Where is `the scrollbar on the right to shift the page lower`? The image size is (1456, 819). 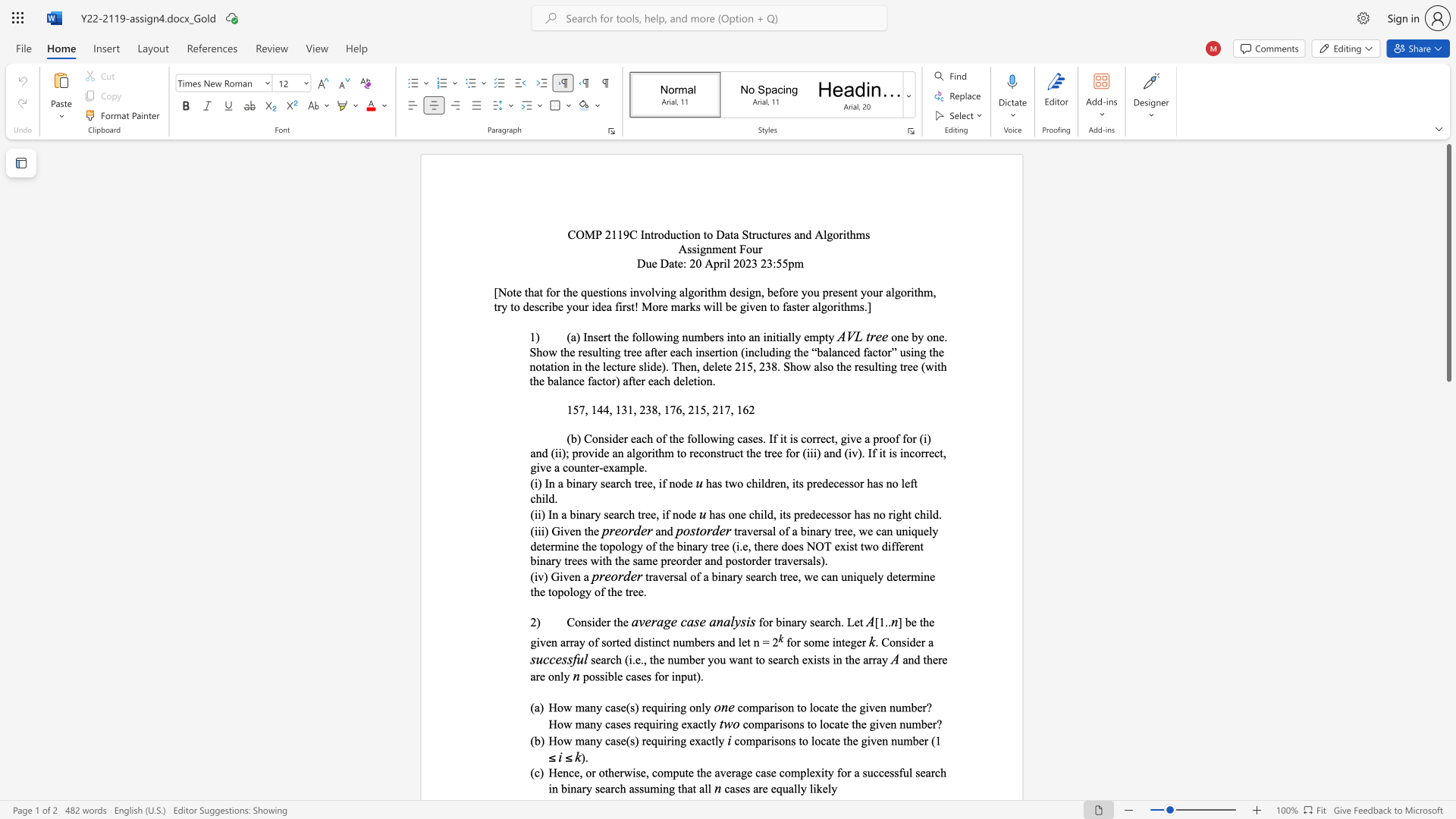 the scrollbar on the right to shift the page lower is located at coordinates (1448, 522).